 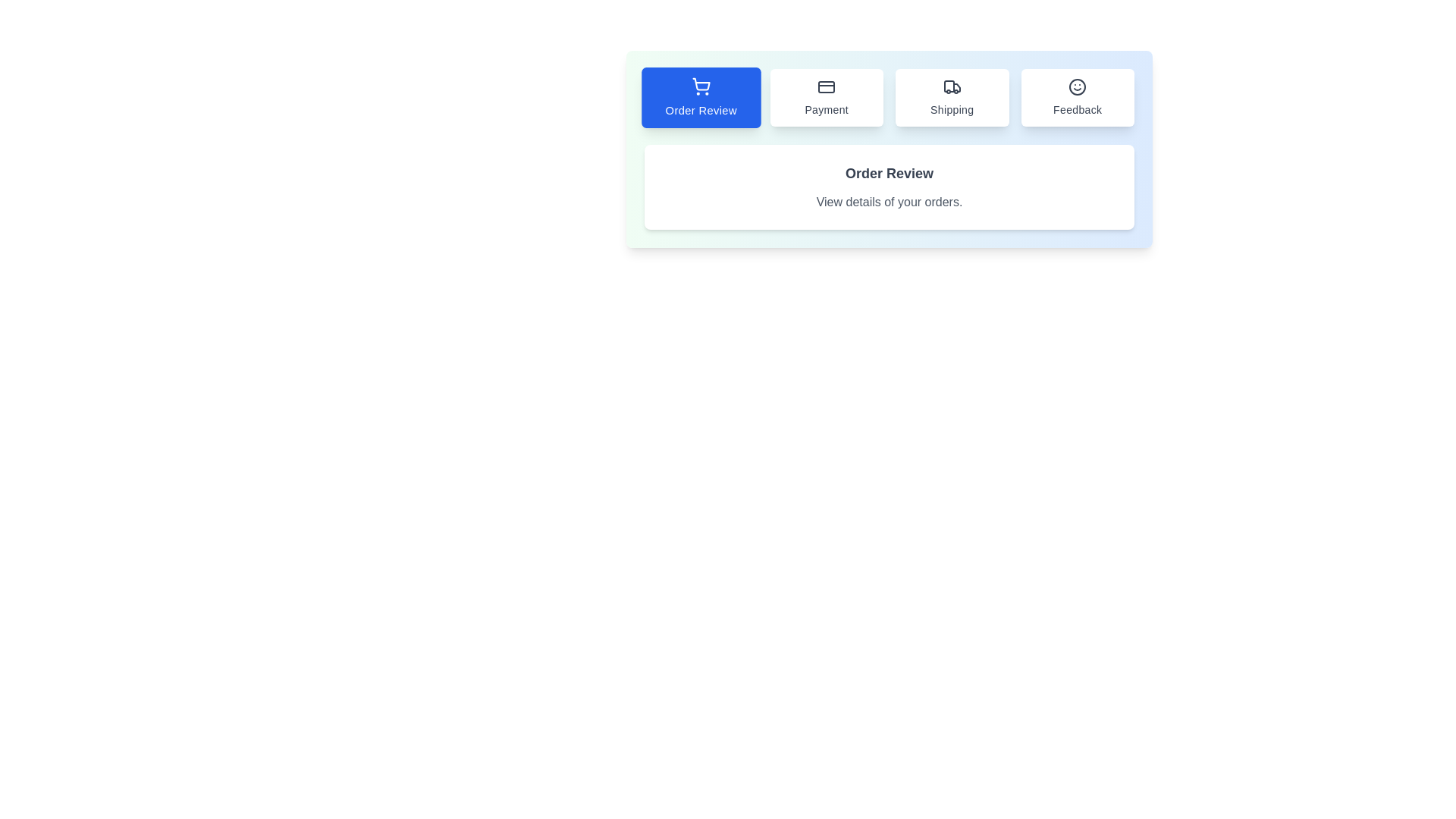 I want to click on the feedback button, the fourth button in a row of buttons positioned at the far right, so click(x=1077, y=97).